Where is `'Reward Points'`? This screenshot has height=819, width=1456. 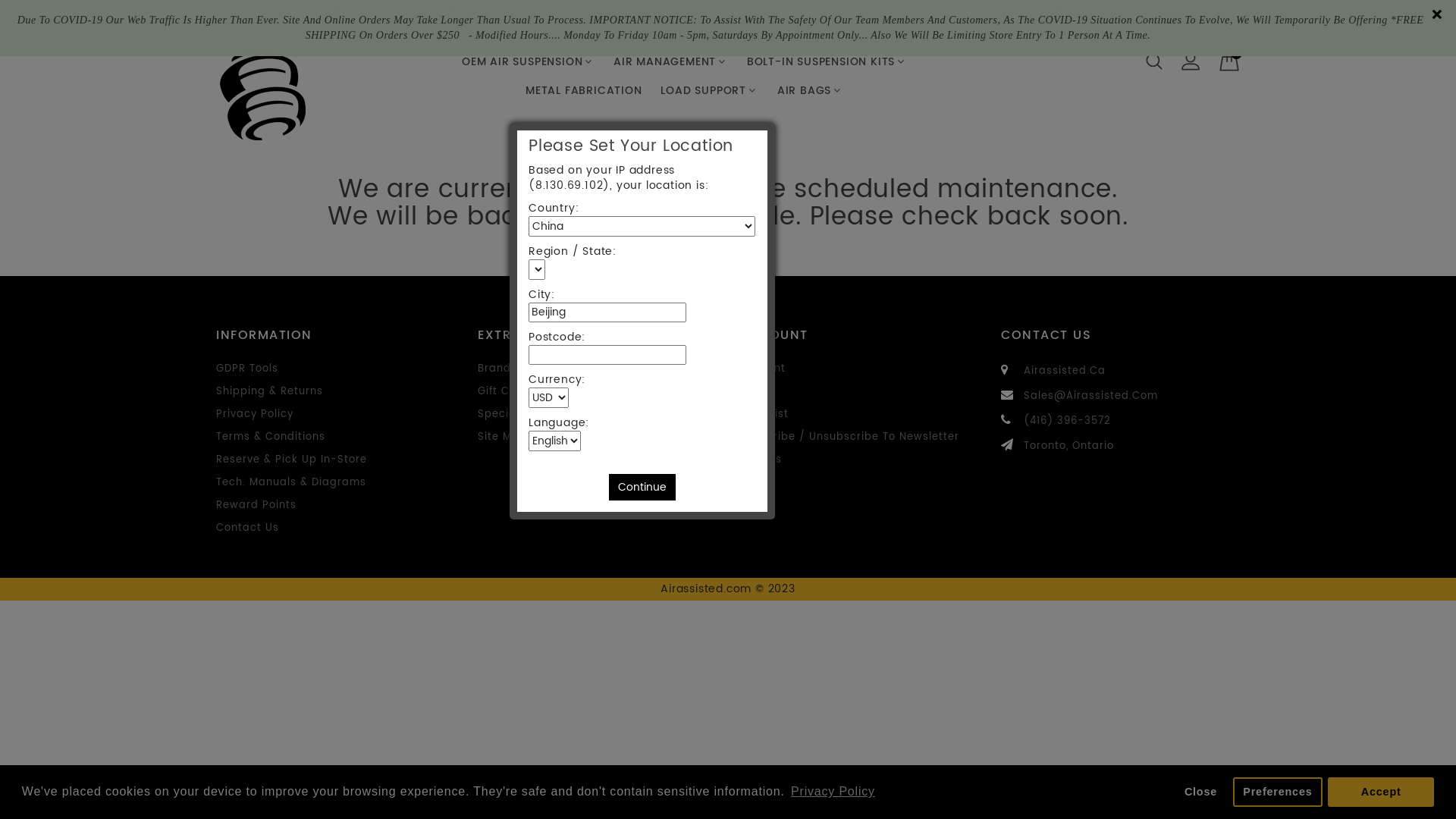
'Reward Points' is located at coordinates (256, 505).